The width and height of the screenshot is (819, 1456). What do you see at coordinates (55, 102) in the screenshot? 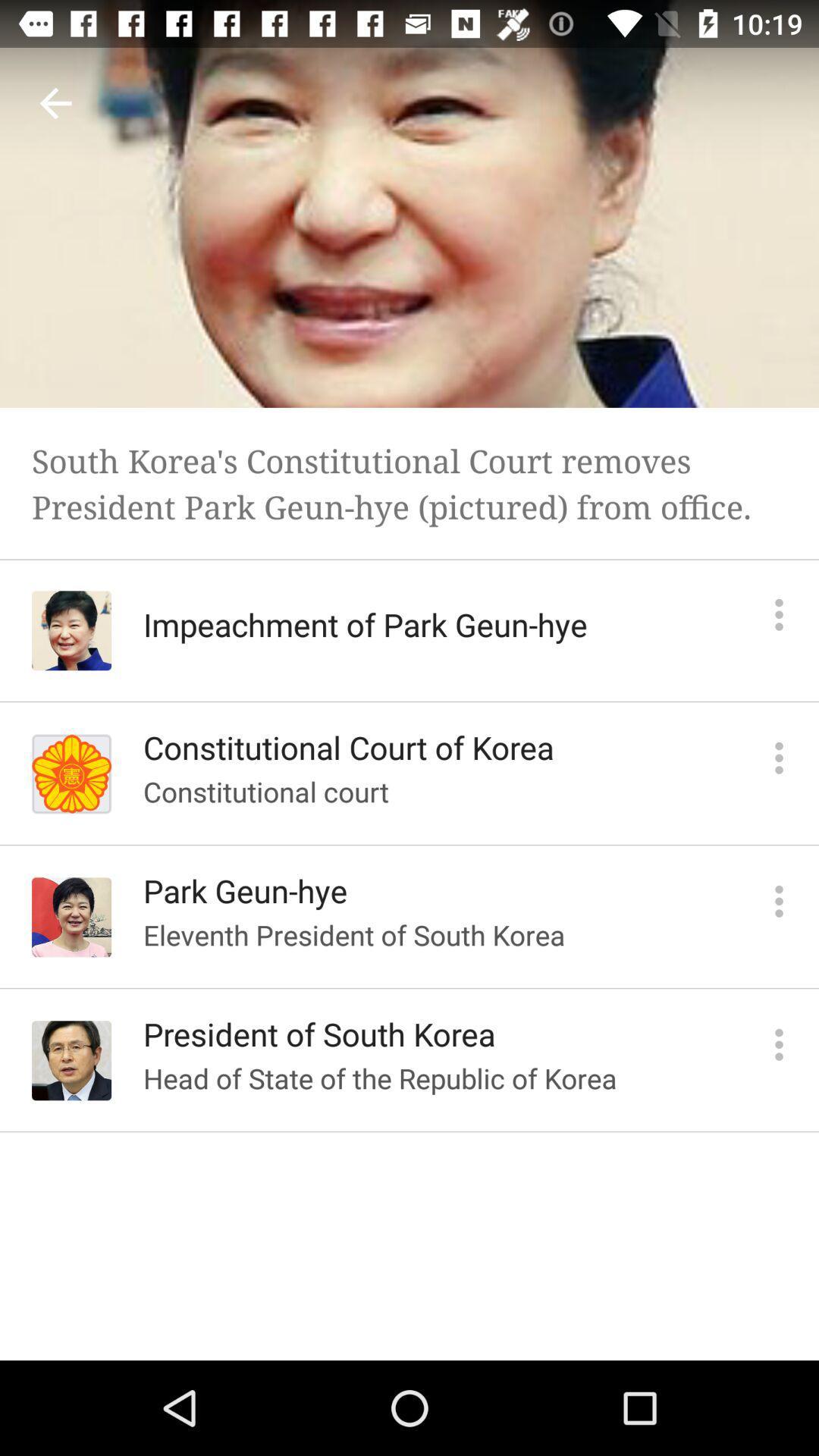
I see `icon at the top left corner` at bounding box center [55, 102].